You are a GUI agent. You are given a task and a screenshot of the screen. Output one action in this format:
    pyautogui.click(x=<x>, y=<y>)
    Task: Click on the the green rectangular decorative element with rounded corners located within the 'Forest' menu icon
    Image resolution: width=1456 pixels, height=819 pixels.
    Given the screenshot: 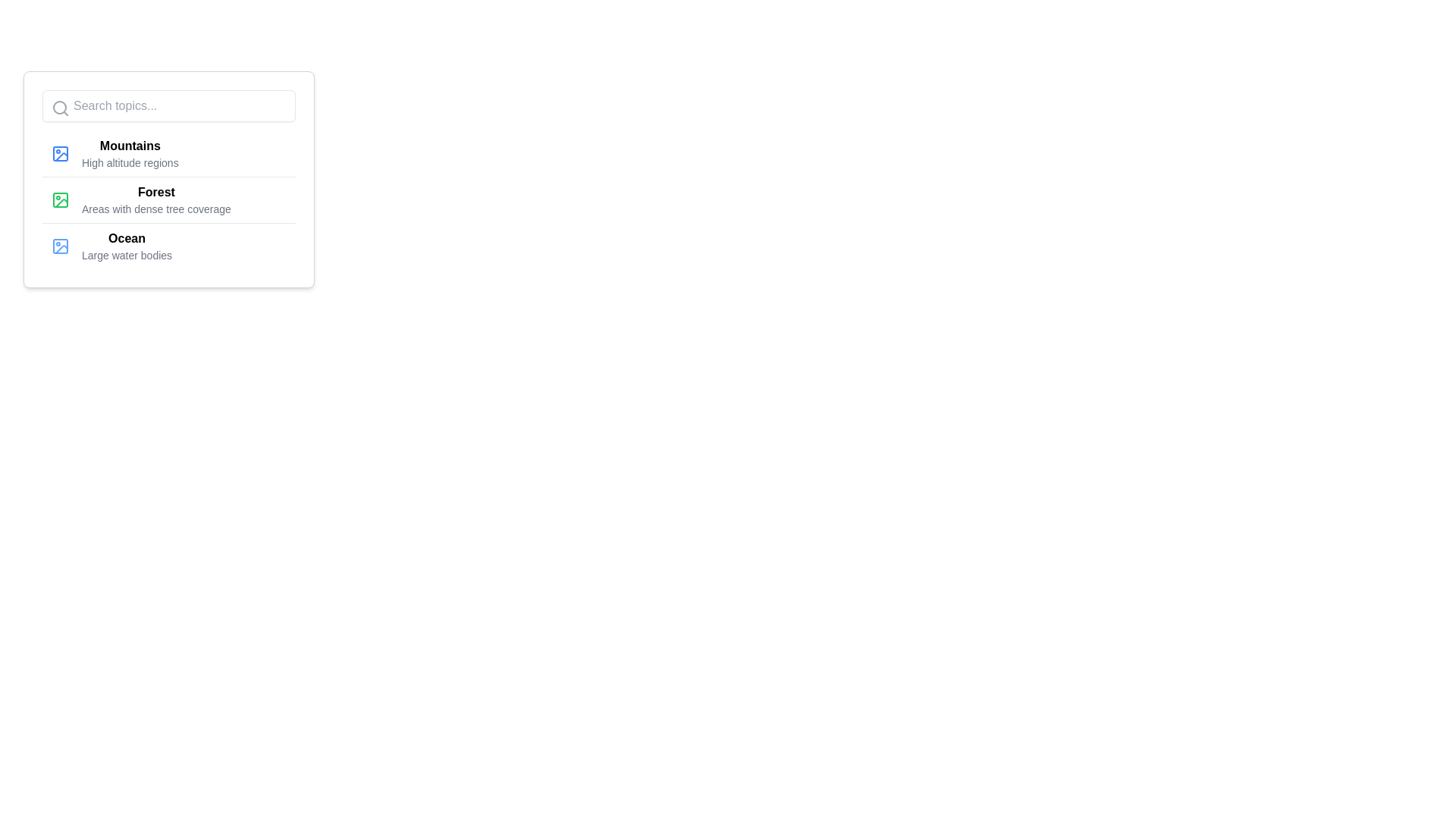 What is the action you would take?
    pyautogui.click(x=61, y=199)
    